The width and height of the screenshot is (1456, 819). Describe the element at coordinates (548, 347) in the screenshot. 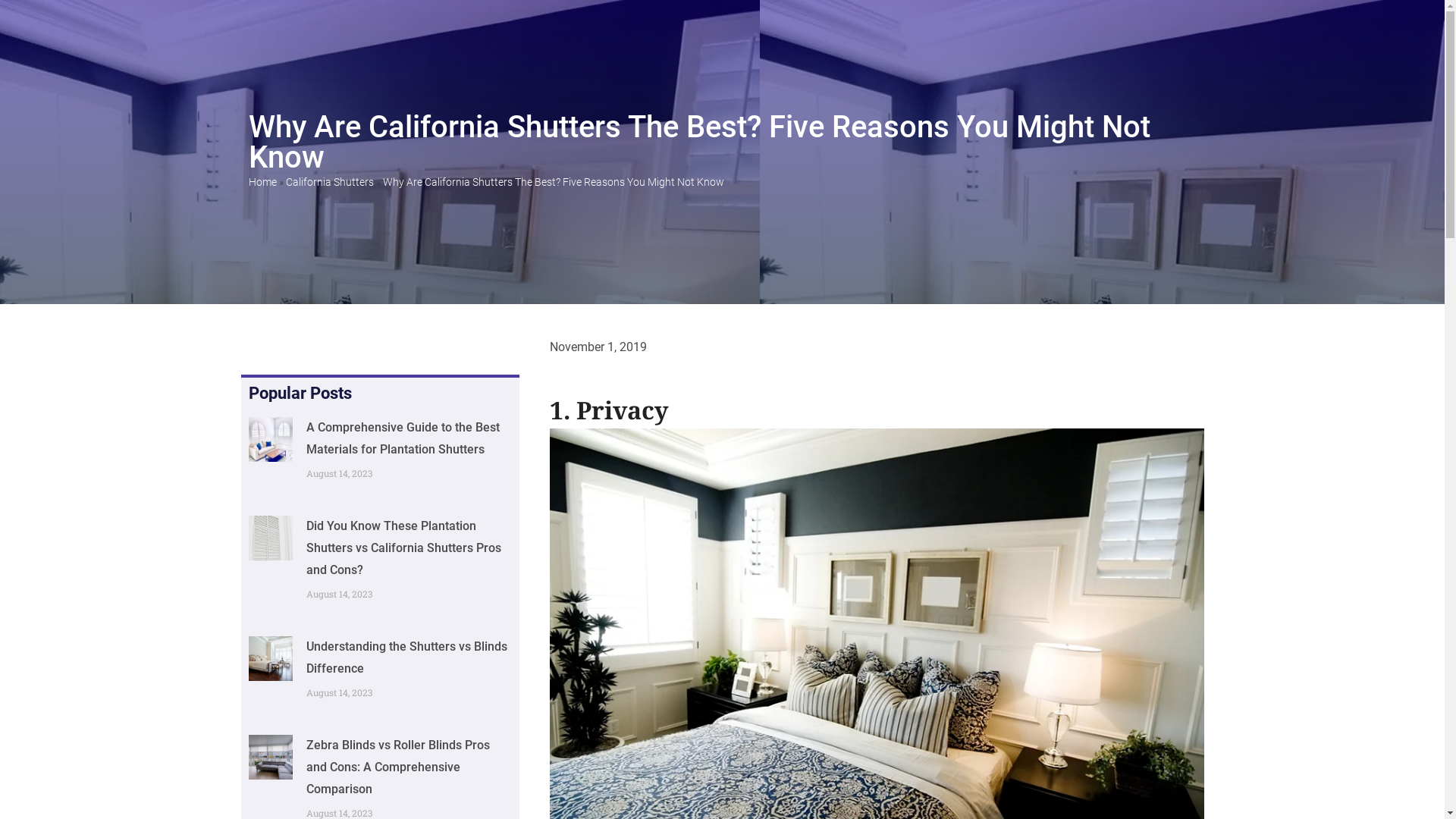

I see `'November 1, 2019'` at that location.